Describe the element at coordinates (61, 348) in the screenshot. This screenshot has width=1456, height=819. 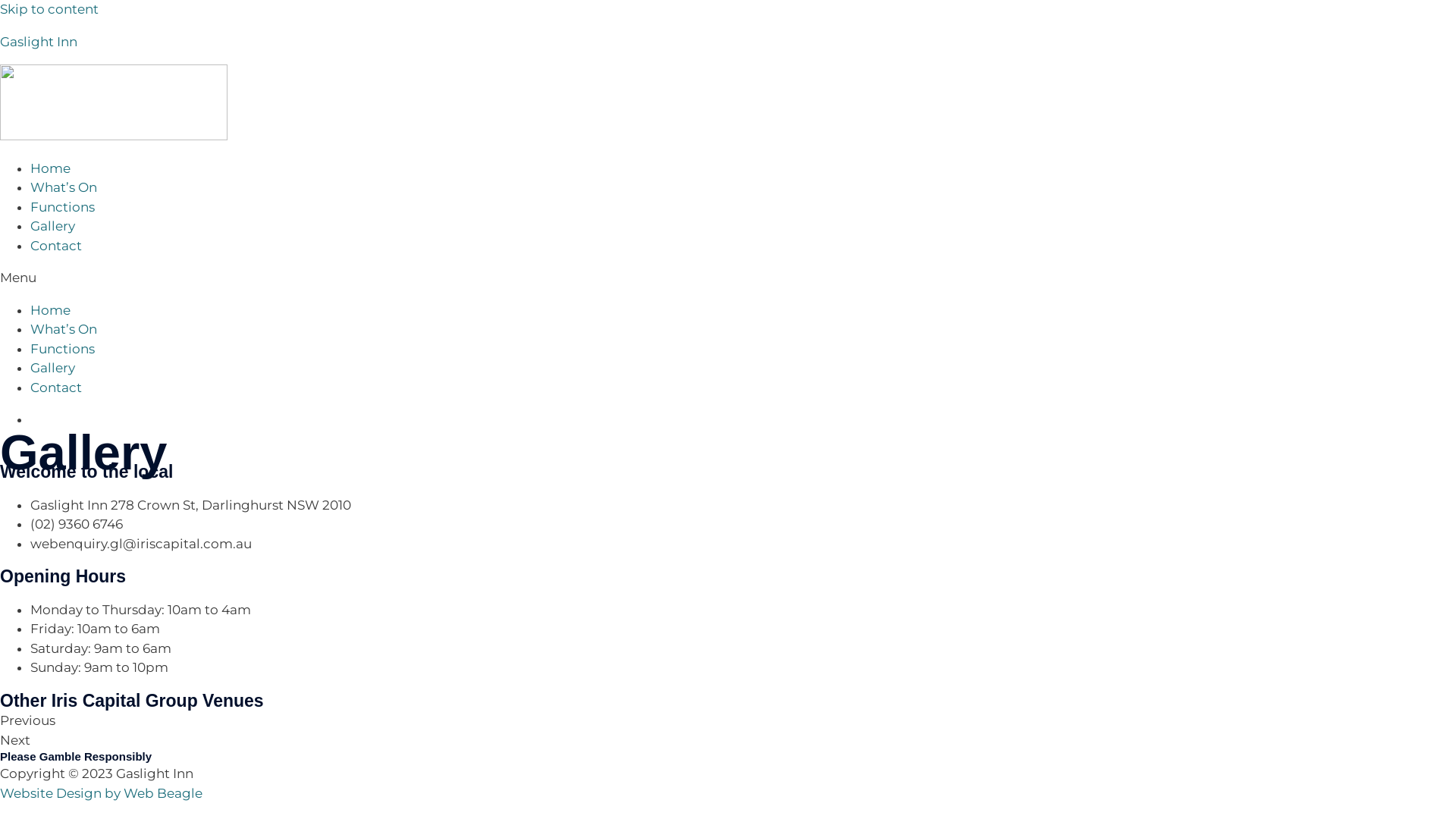
I see `'Functions'` at that location.